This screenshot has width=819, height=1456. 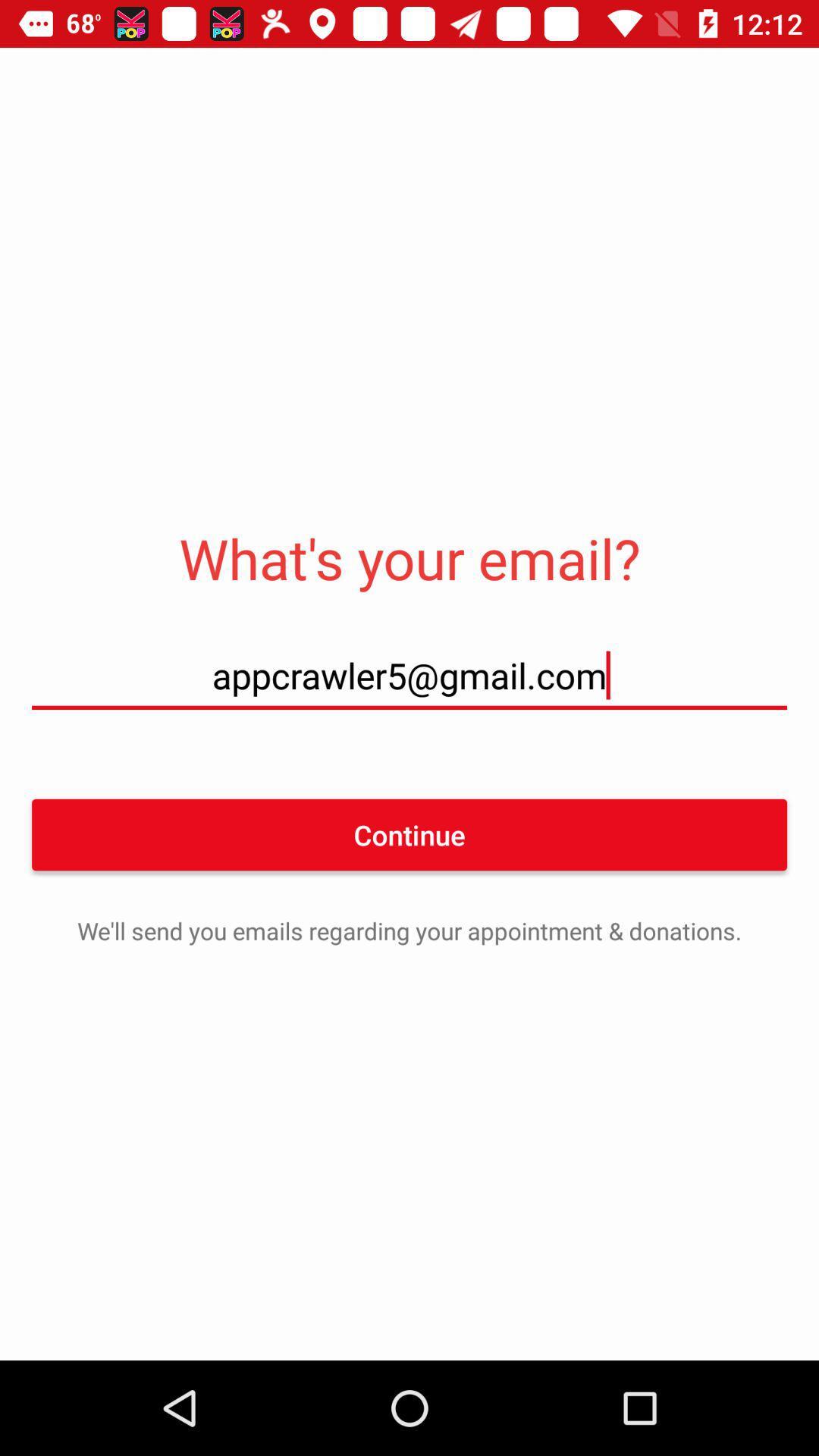 I want to click on the appcrawler5@gmail.com, so click(x=409, y=674).